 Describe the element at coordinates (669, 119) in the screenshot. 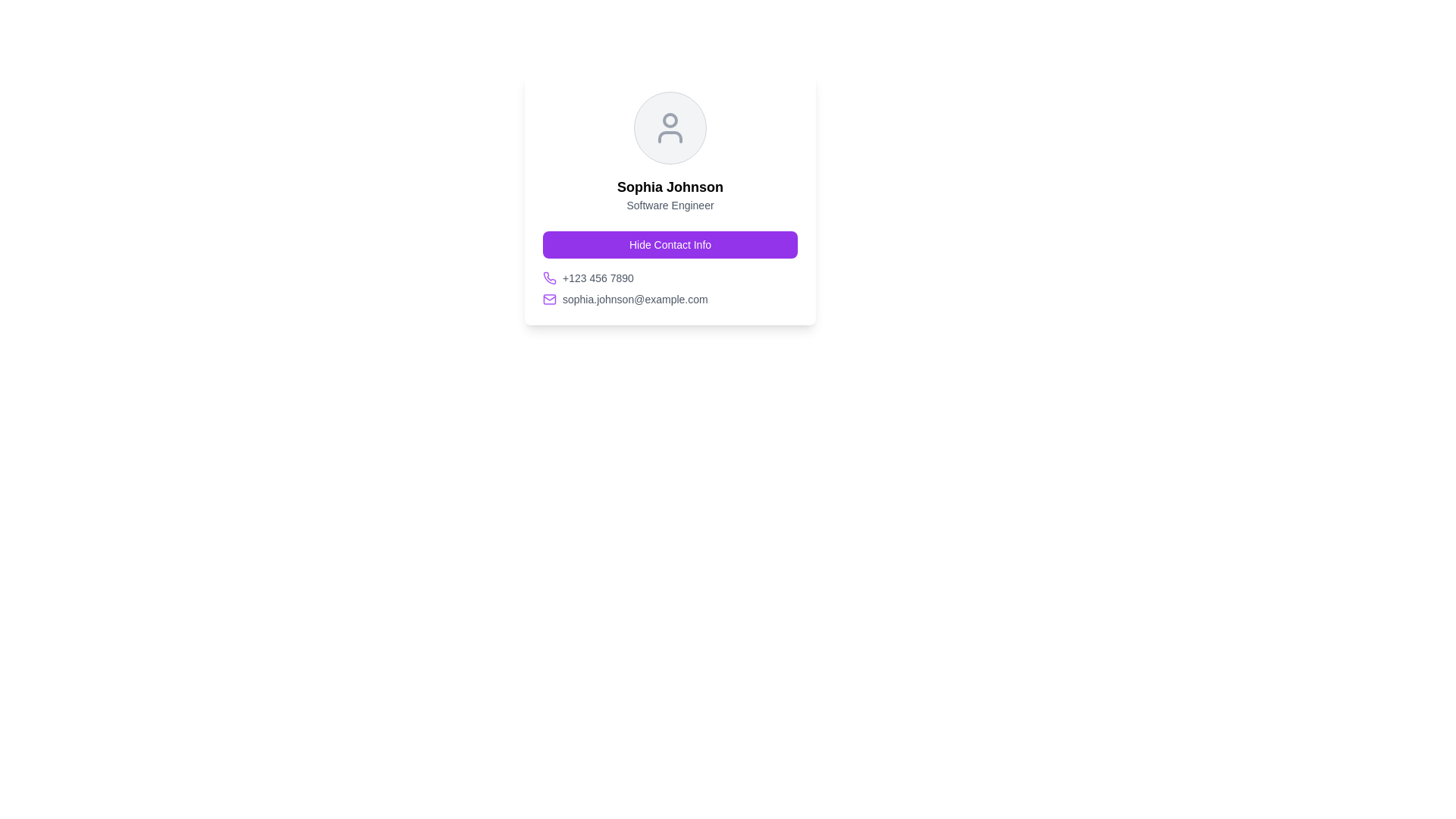

I see `the small circle located at the center-top of the larger user-profile icon` at that location.